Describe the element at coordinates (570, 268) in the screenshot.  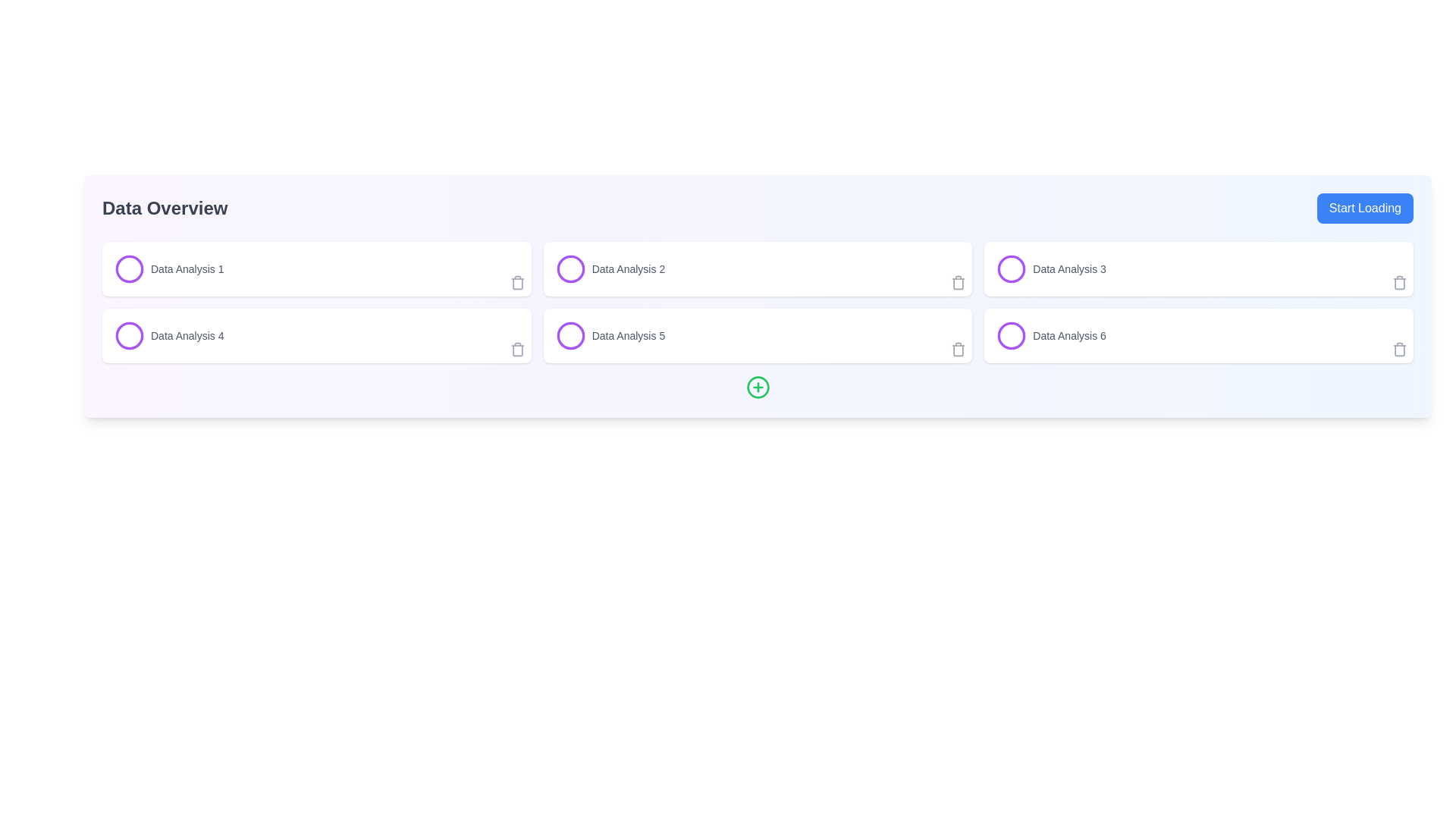
I see `the inner circle of the second selection option labeled 'Data Analysis 2', located in the top row's middle column of the grid layout` at that location.